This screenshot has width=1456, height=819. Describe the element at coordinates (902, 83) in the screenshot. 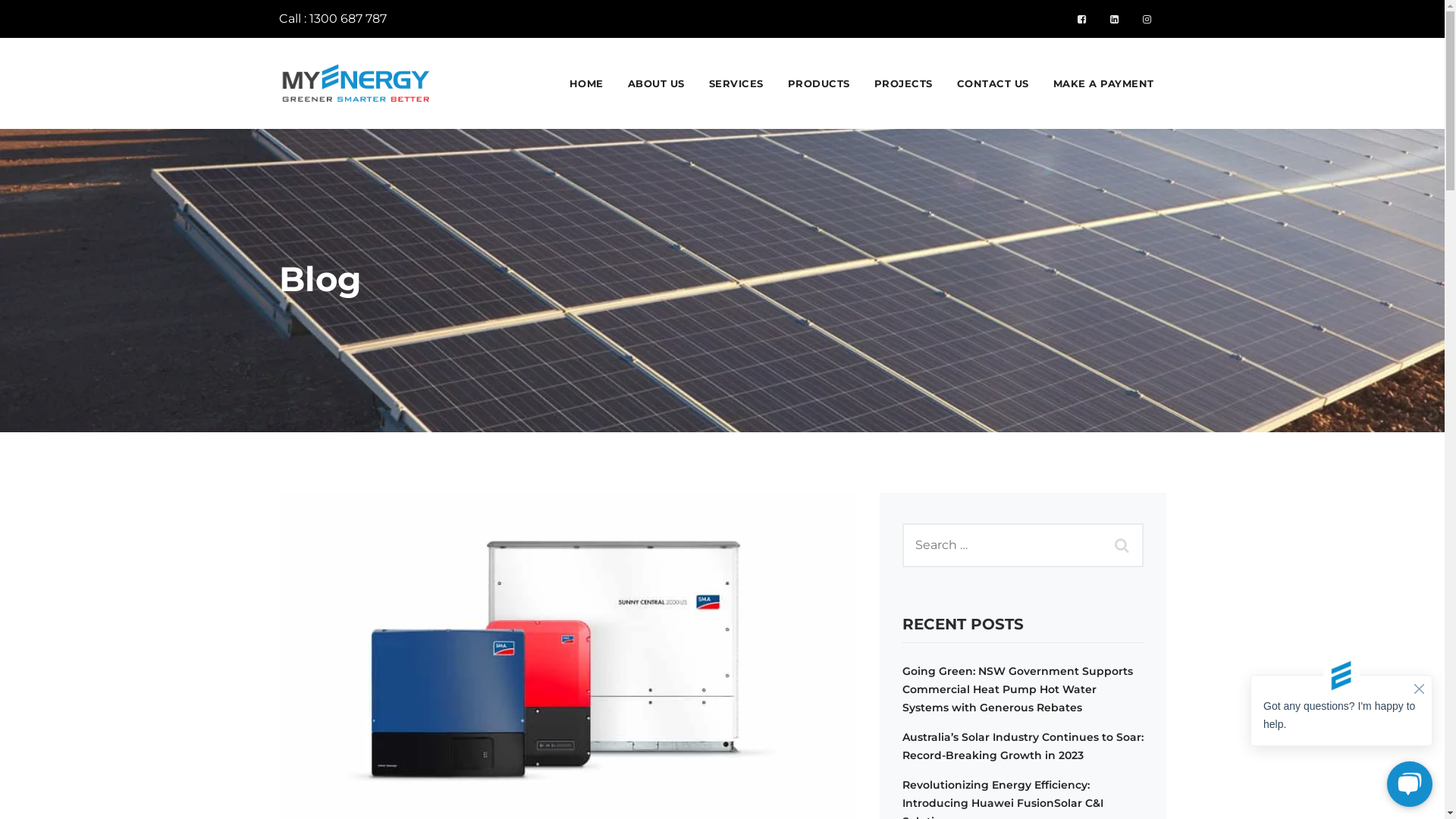

I see `'PROJECTS'` at that location.